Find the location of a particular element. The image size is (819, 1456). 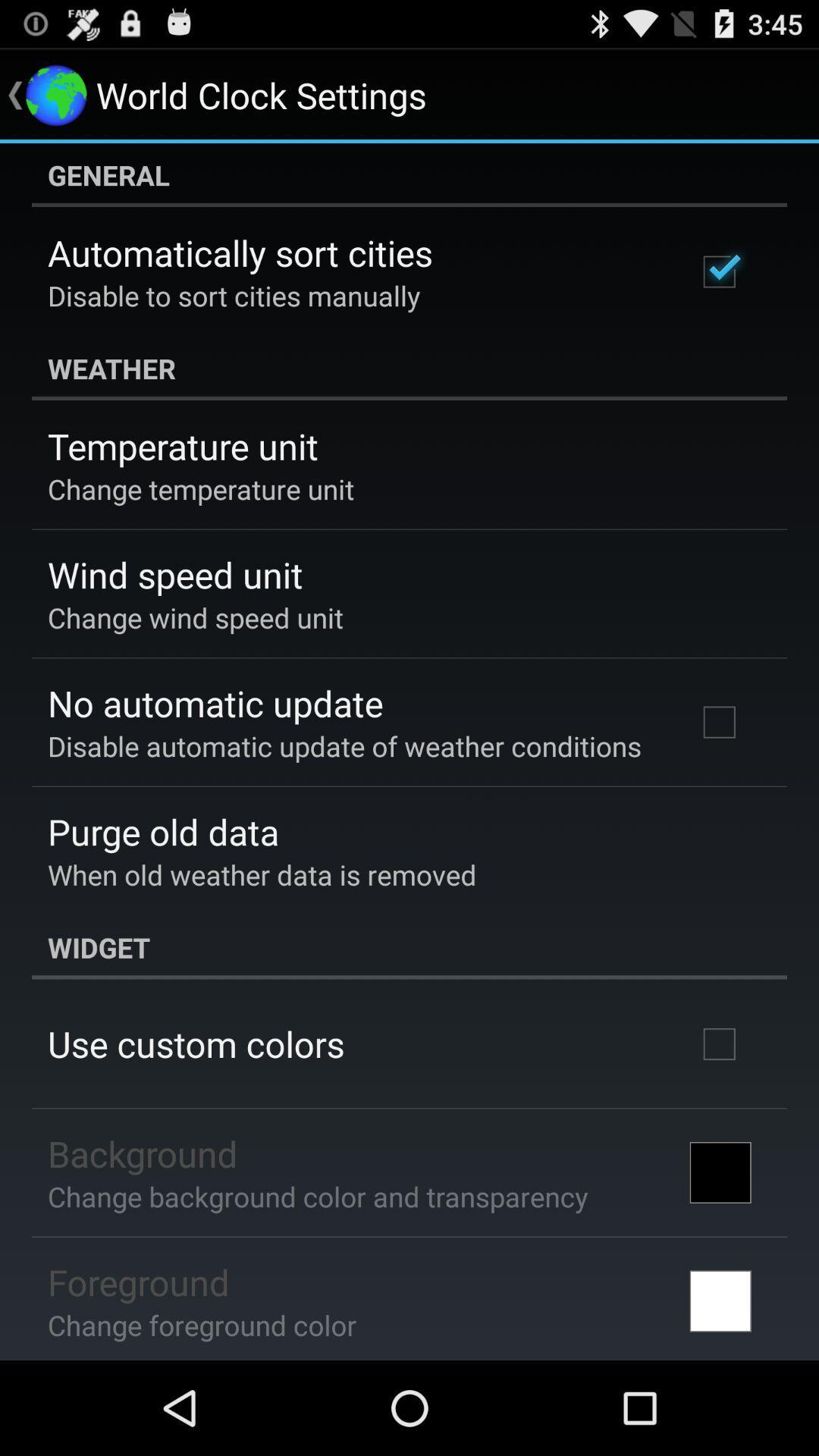

widget item is located at coordinates (409, 946).